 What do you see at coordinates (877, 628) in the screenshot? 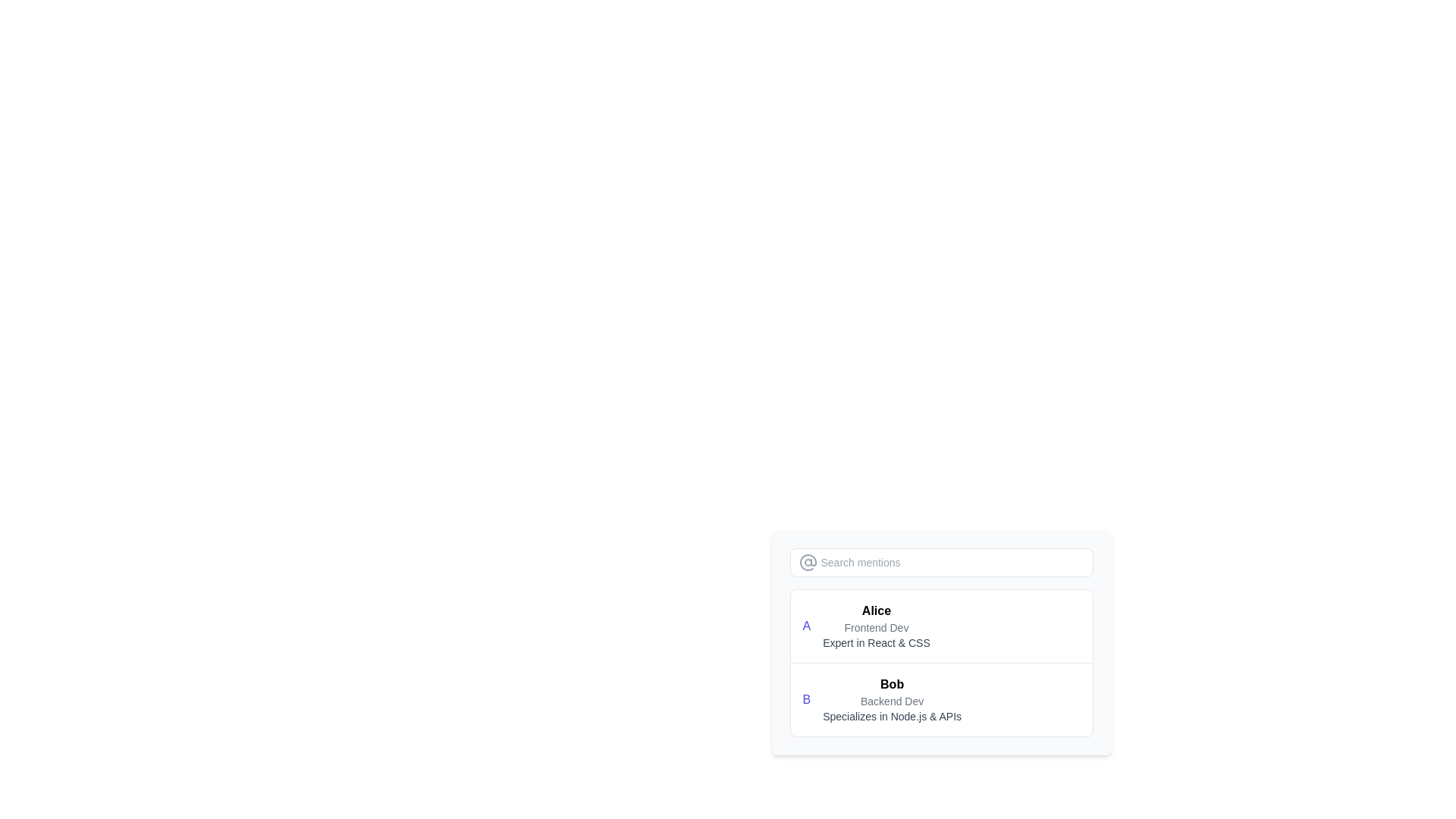
I see `the text label displaying 'Frontend Dev', which is styled in a smaller font size and subdued gray color, located directly below 'Alice' and above 'Expert in React & CSS'` at bounding box center [877, 628].